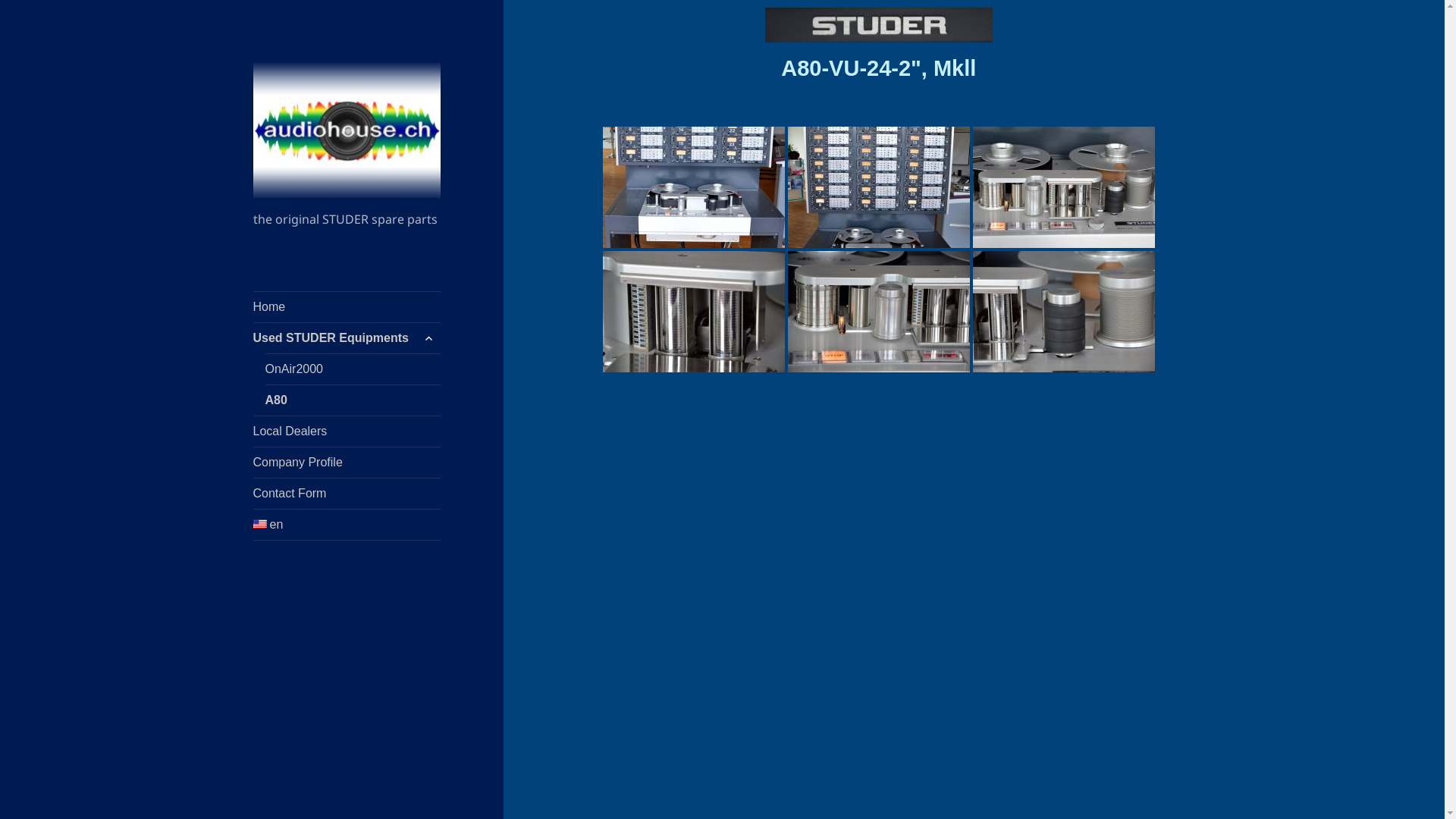 The height and width of the screenshot is (819, 1456). I want to click on 'Contact Form', so click(346, 494).